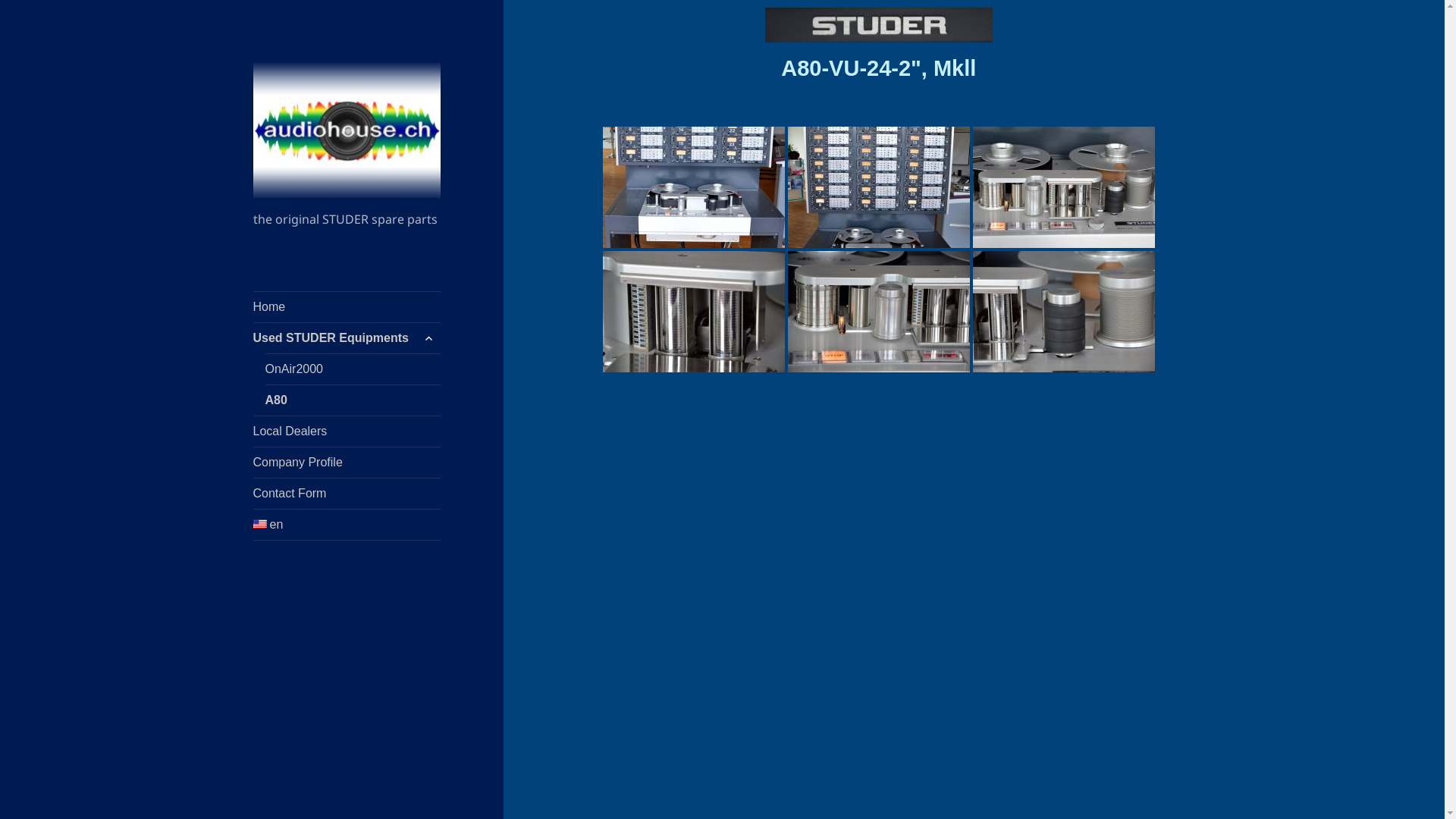 The height and width of the screenshot is (819, 1456). I want to click on 'Contact Form', so click(346, 494).